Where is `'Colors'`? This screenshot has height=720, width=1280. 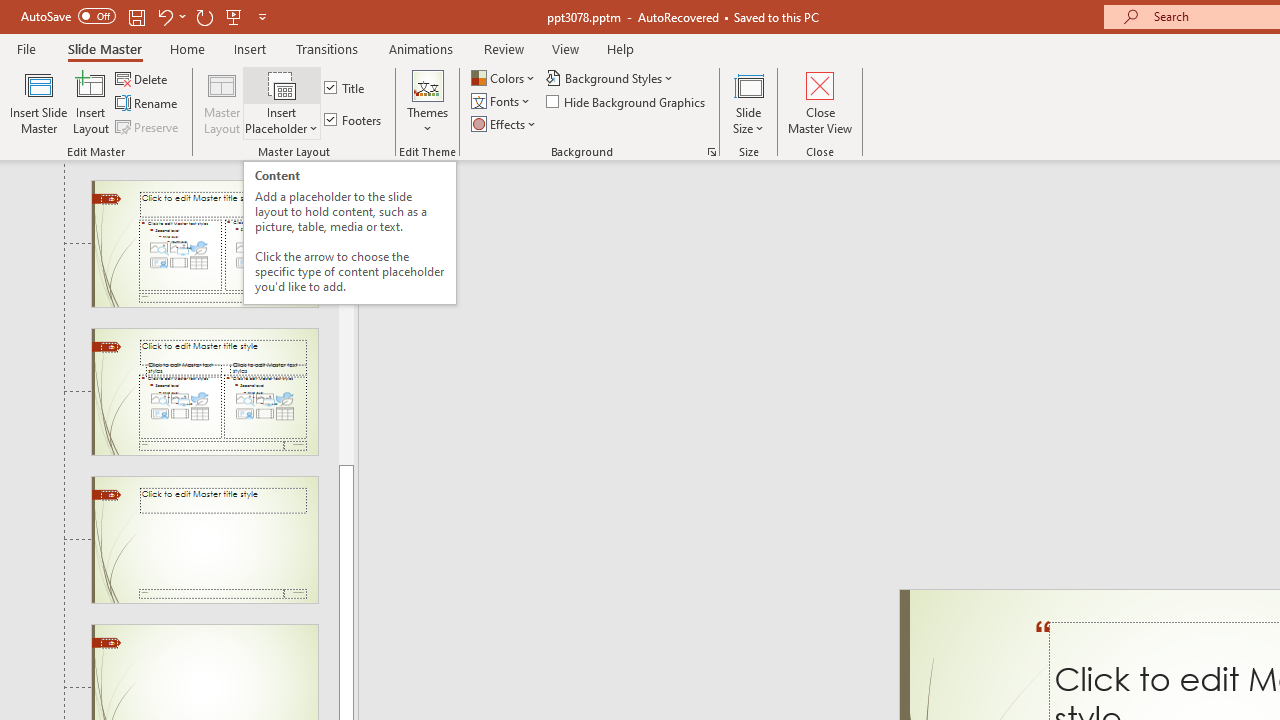 'Colors' is located at coordinates (504, 77).